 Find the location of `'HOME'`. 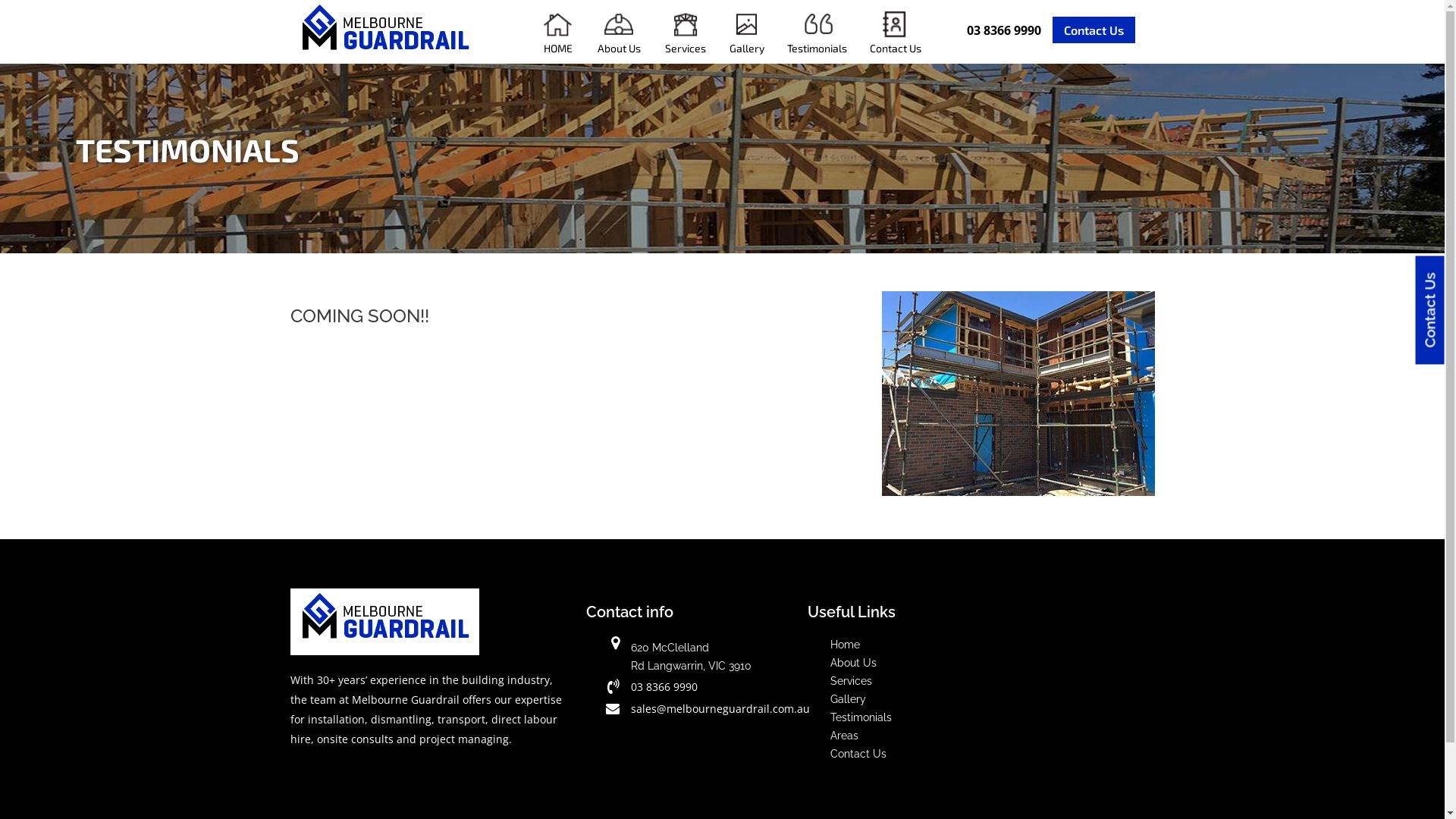

'HOME' is located at coordinates (530, 32).